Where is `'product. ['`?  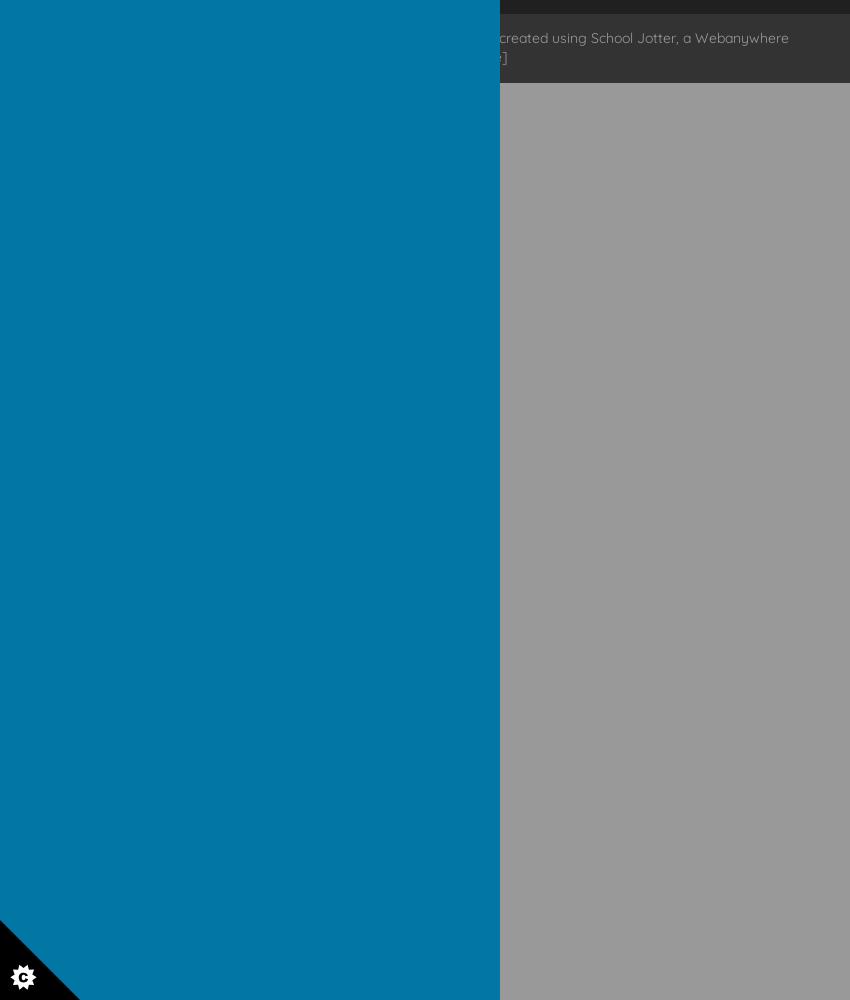
'product. [' is located at coordinates (371, 57).